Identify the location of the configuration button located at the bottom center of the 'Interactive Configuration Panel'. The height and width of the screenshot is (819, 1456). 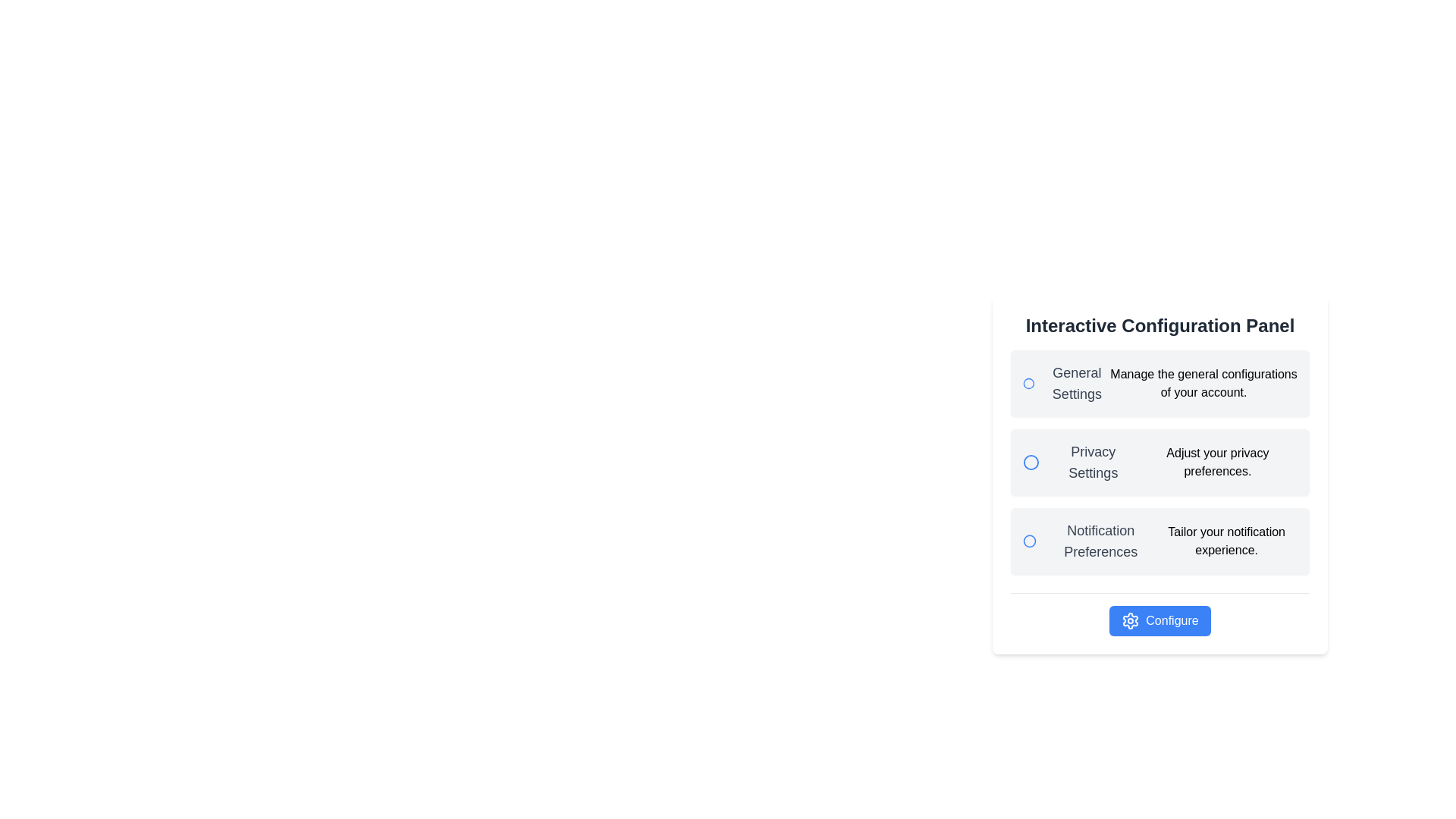
(1159, 620).